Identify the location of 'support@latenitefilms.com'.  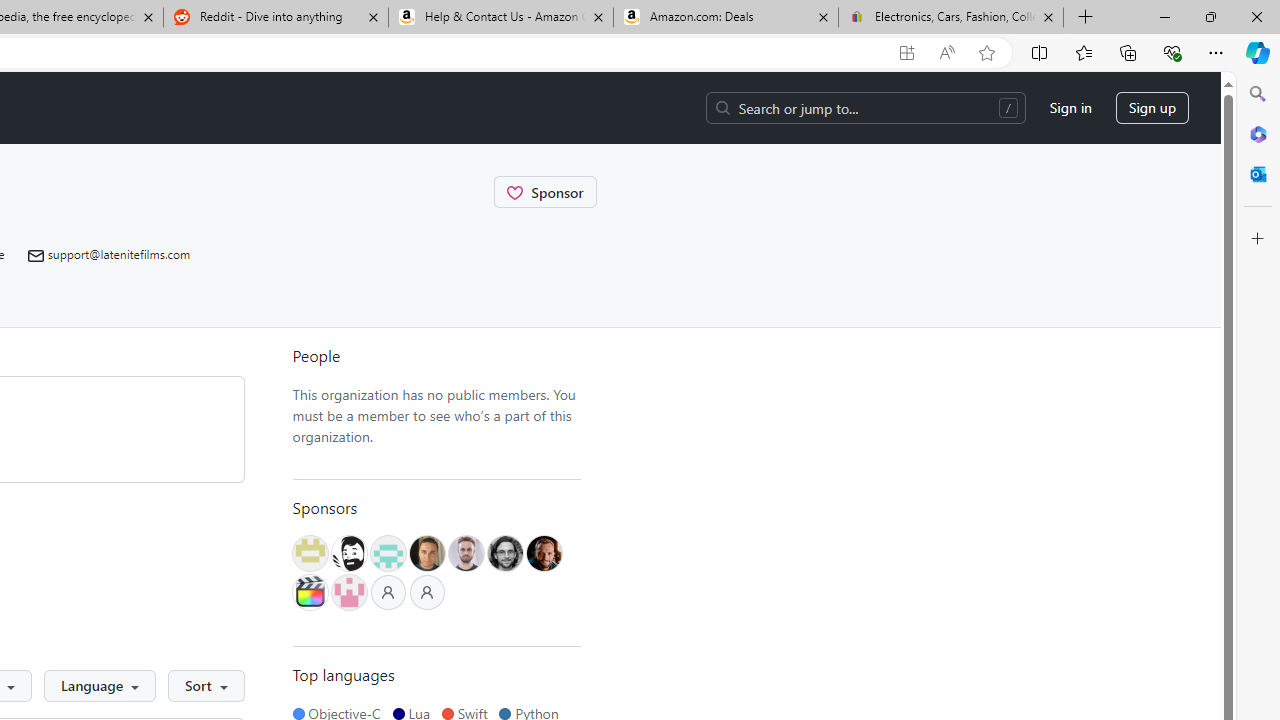
(118, 253).